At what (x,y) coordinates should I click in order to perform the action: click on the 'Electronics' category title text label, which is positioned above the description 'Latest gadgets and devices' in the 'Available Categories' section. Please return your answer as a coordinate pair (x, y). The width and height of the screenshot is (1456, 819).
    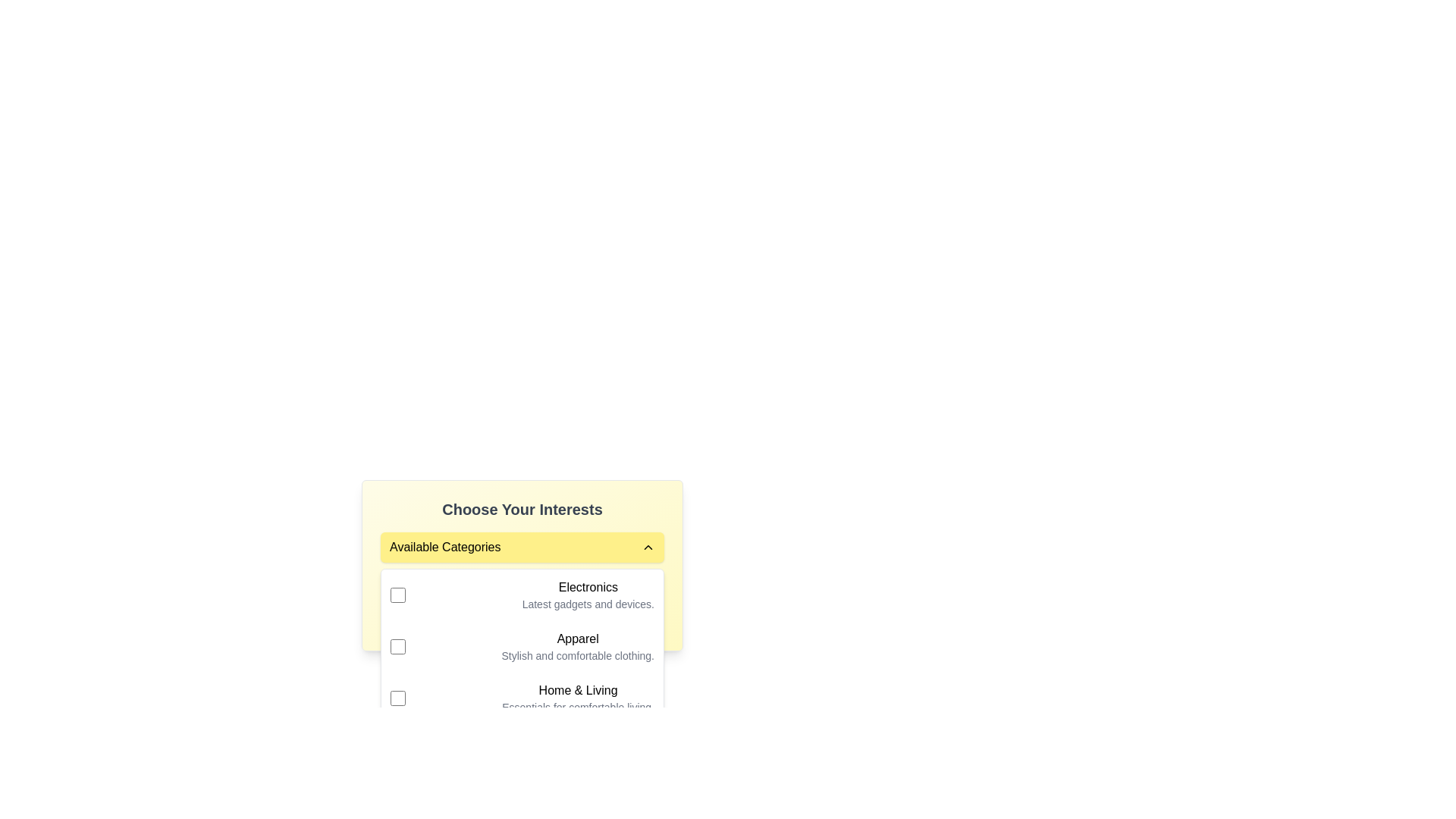
    Looking at the image, I should click on (587, 587).